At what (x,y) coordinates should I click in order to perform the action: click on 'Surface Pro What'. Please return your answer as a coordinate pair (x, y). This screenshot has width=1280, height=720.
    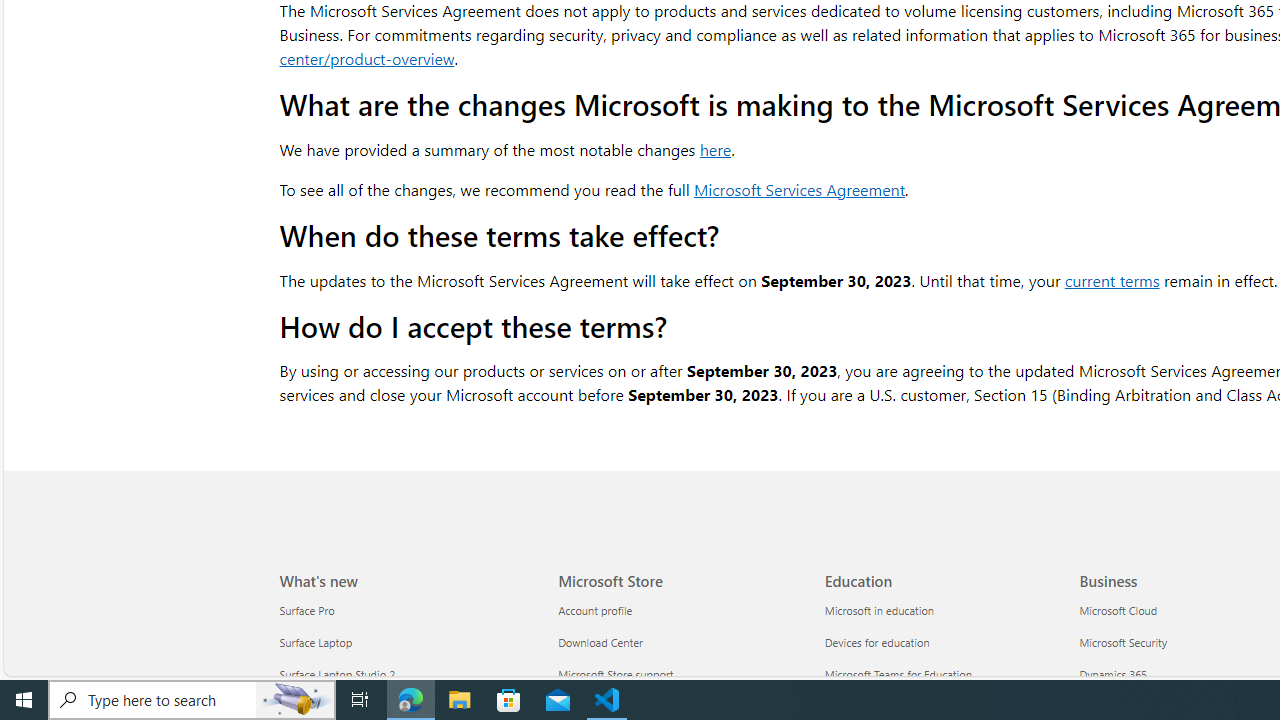
    Looking at the image, I should click on (306, 610).